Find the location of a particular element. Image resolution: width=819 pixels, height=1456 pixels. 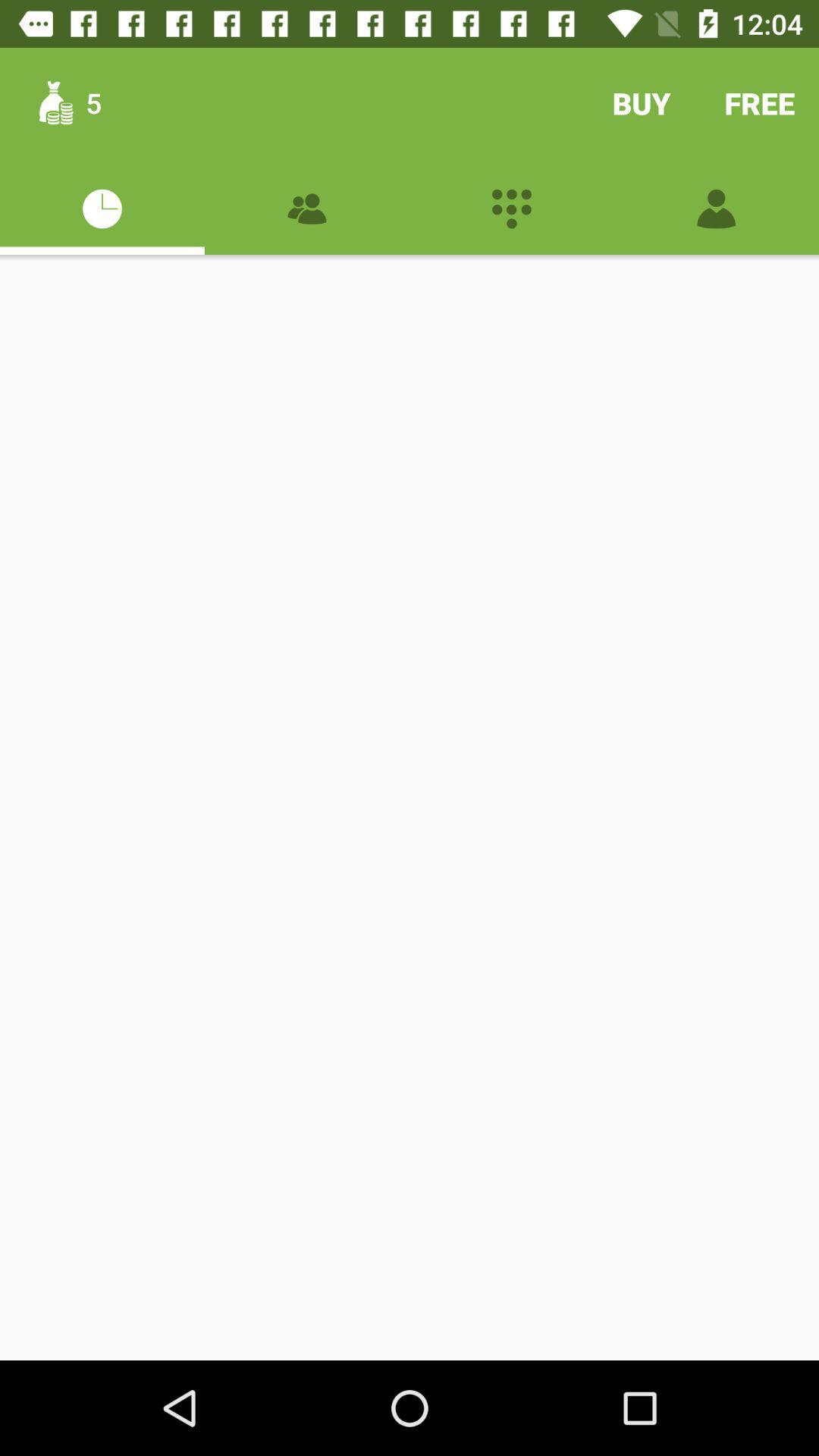

the icon next to free item is located at coordinates (641, 102).